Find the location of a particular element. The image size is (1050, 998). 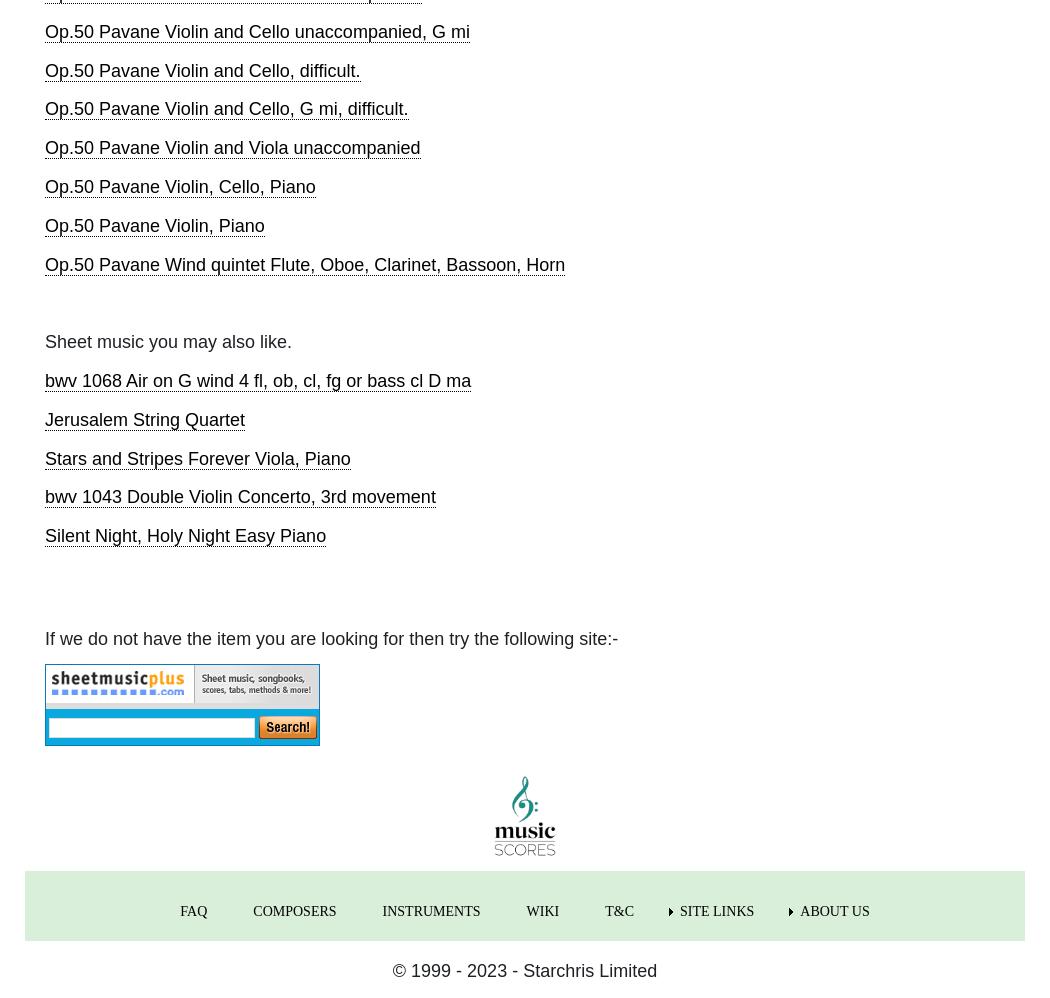

'Op.50  Pavane  Wind quintet  Flute, Oboe, Clarinet, Bassoon, Horn' is located at coordinates (44, 262).